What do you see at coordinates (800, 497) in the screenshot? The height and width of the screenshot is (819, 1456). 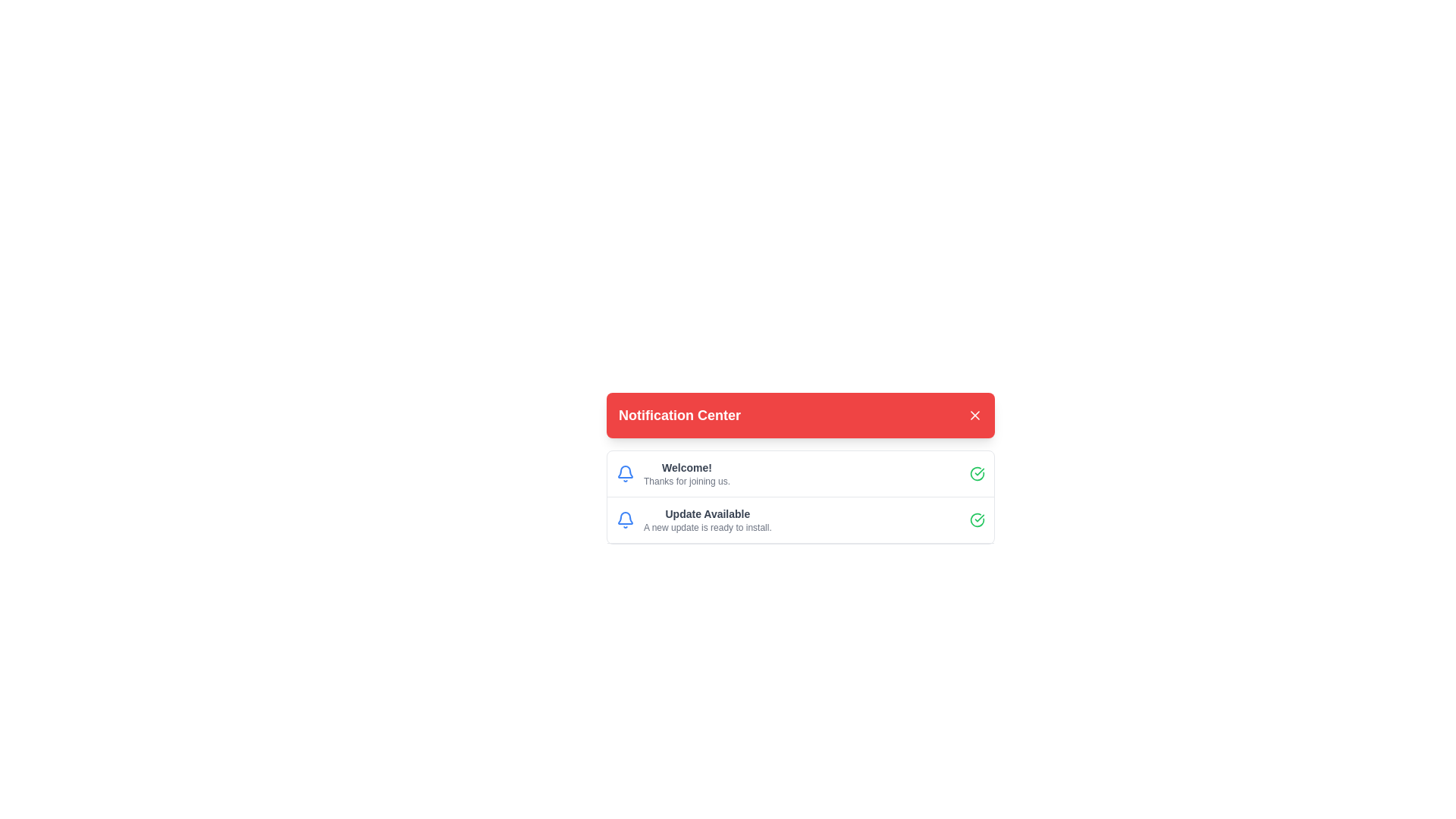 I see `the notification message display area that shows two notifications: 'Welcome! Thanks for joining us.' and 'Update Available A new update is ready to install.' with bell and green check icons` at bounding box center [800, 497].